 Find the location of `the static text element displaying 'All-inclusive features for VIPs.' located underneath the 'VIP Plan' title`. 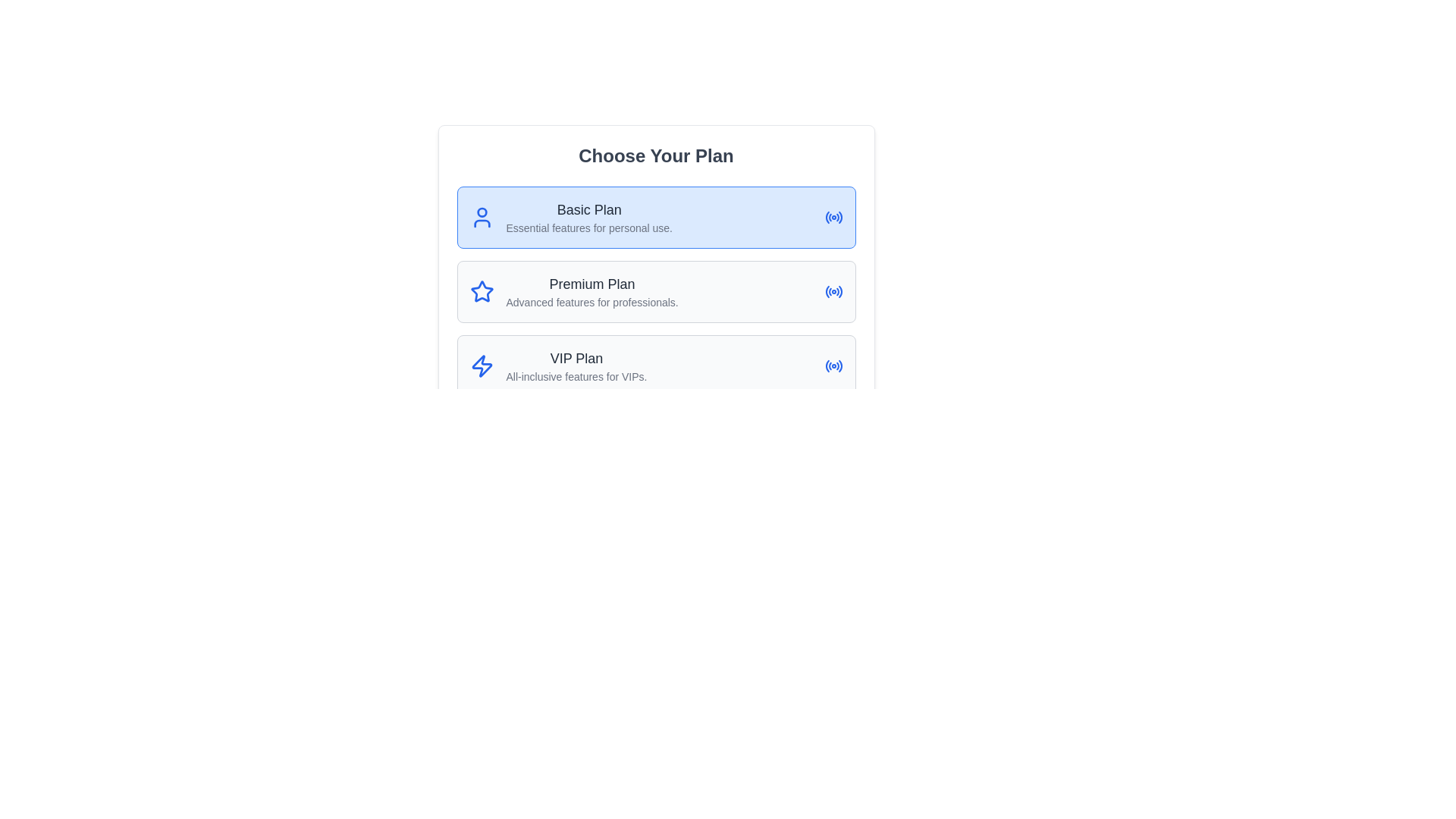

the static text element displaying 'All-inclusive features for VIPs.' located underneath the 'VIP Plan' title is located at coordinates (576, 376).